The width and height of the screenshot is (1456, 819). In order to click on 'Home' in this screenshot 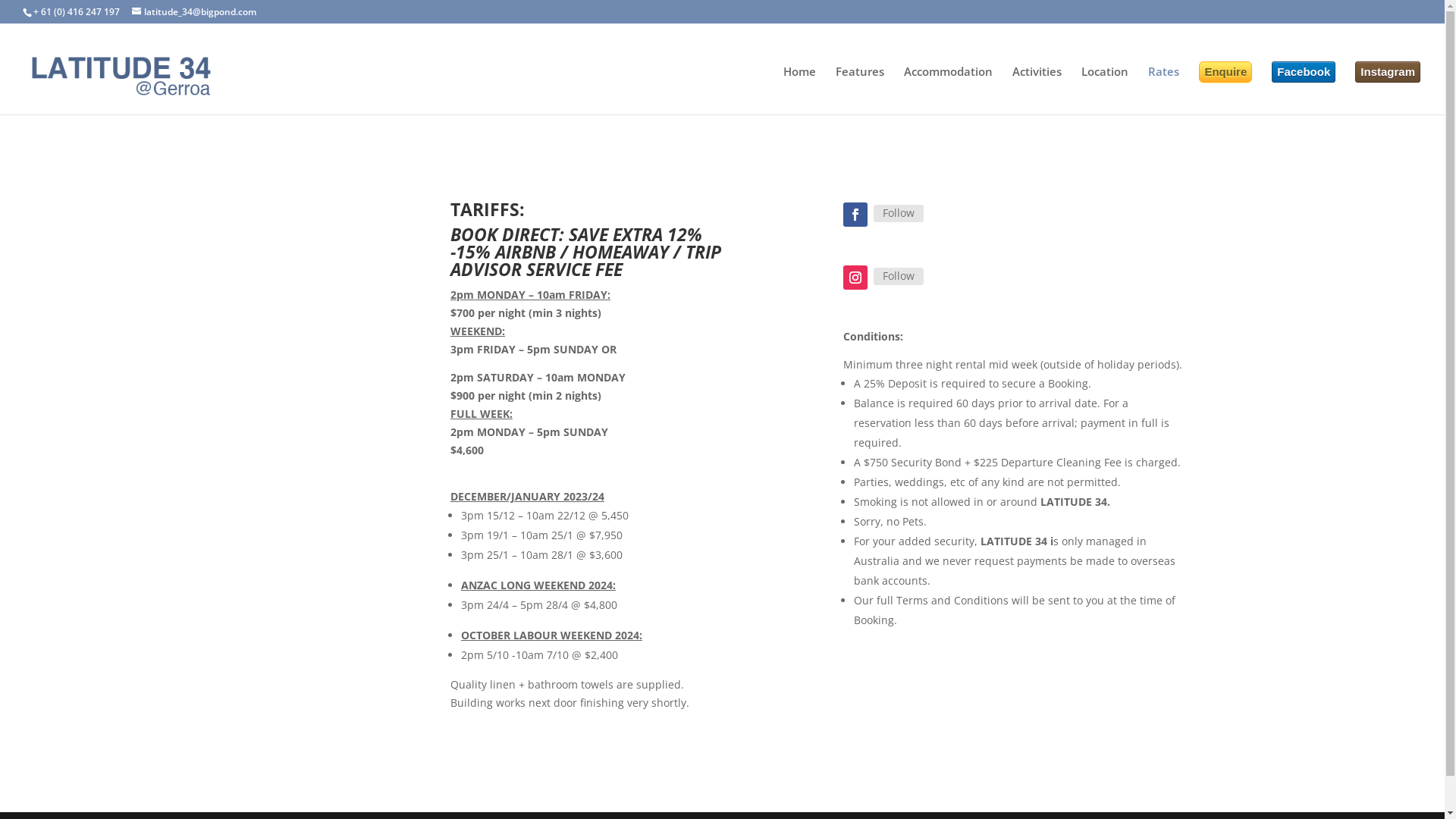, I will do `click(799, 90)`.